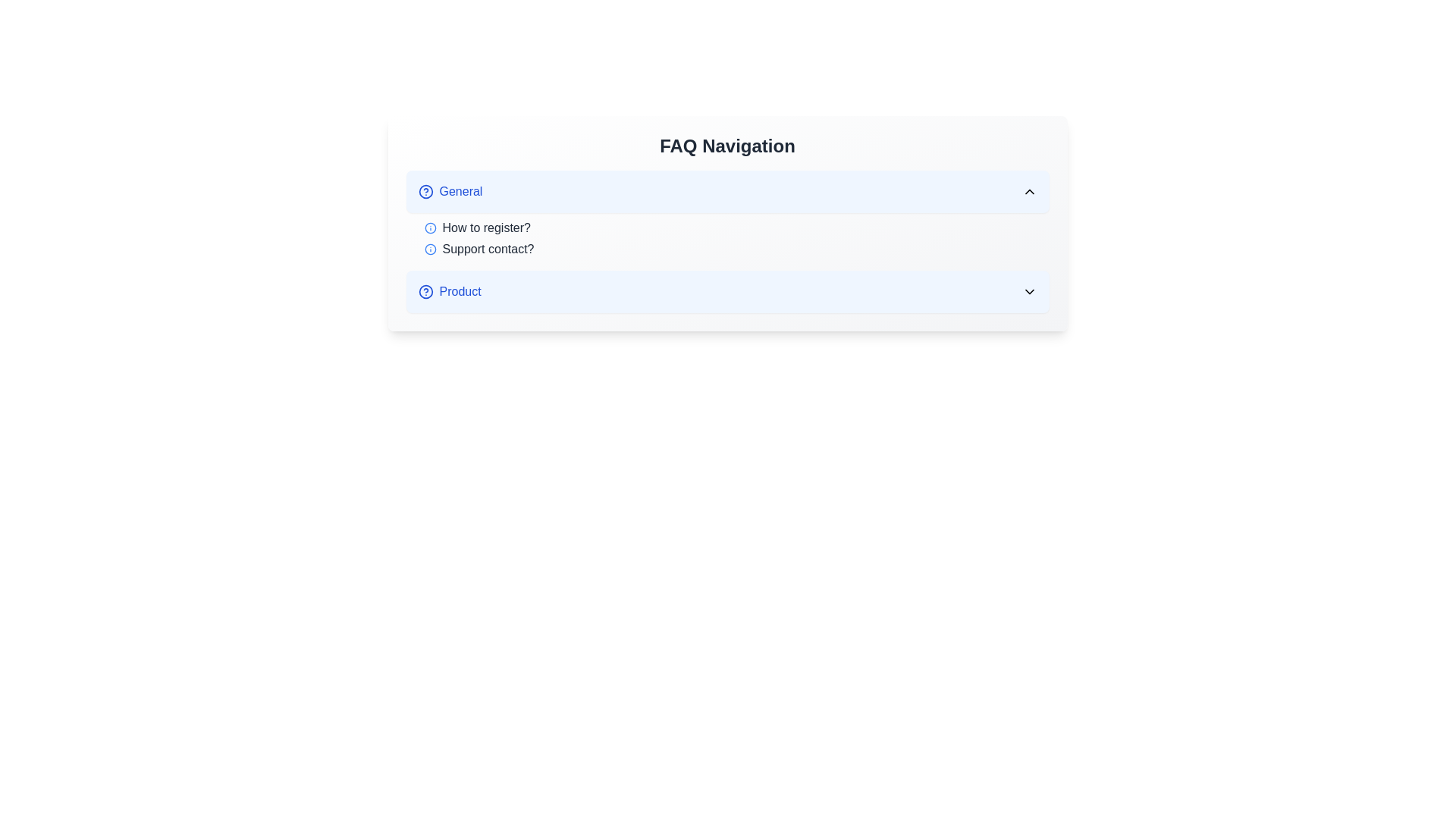 This screenshot has height=819, width=1456. What do you see at coordinates (450, 191) in the screenshot?
I see `the 'General' text label, which is a medium-sized bold blue label aligned next to a help circle icon` at bounding box center [450, 191].